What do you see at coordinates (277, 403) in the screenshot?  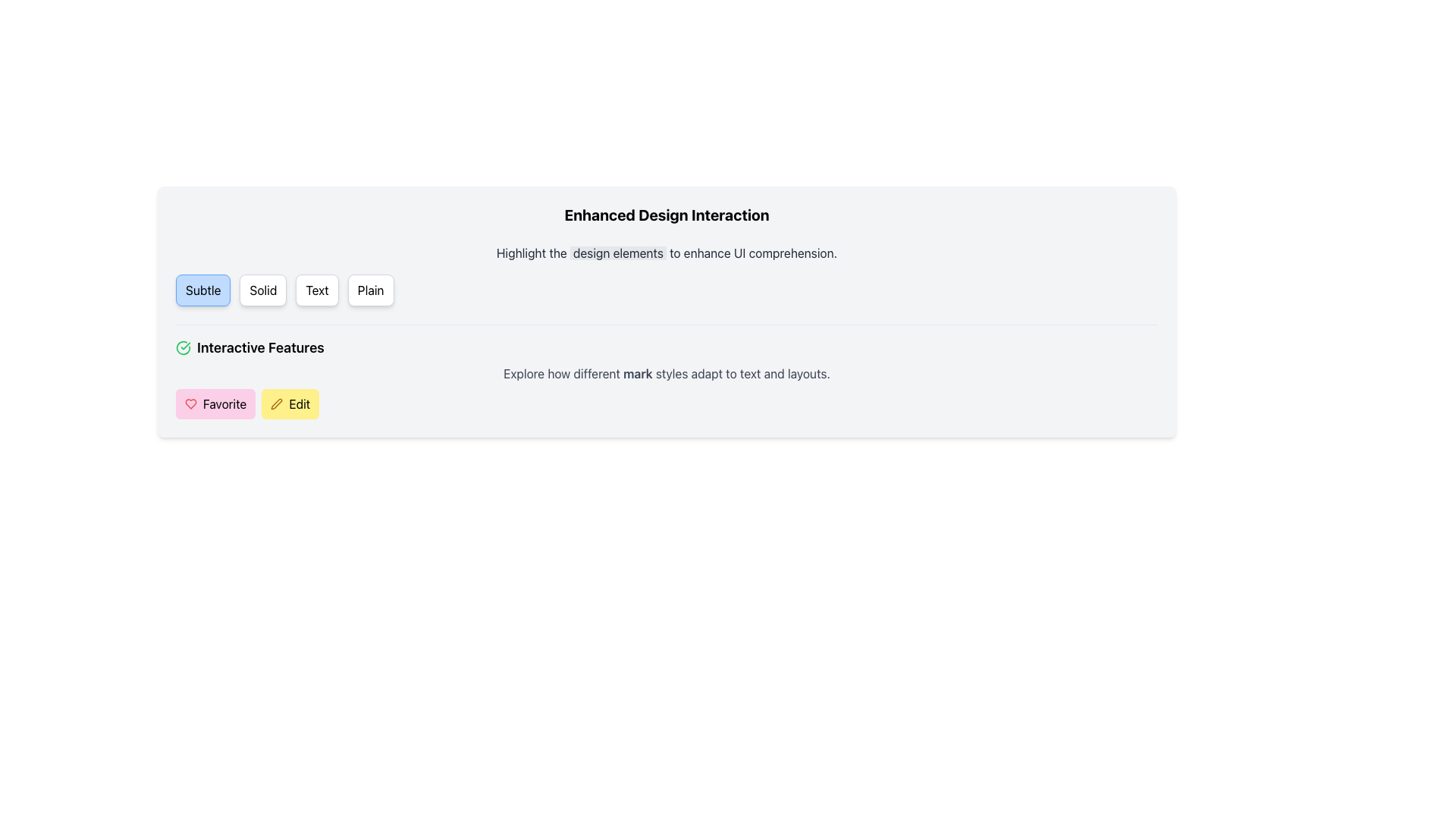 I see `the yellow outlined pen icon located next to the 'Favorite' button on the lower left part of the interface` at bounding box center [277, 403].